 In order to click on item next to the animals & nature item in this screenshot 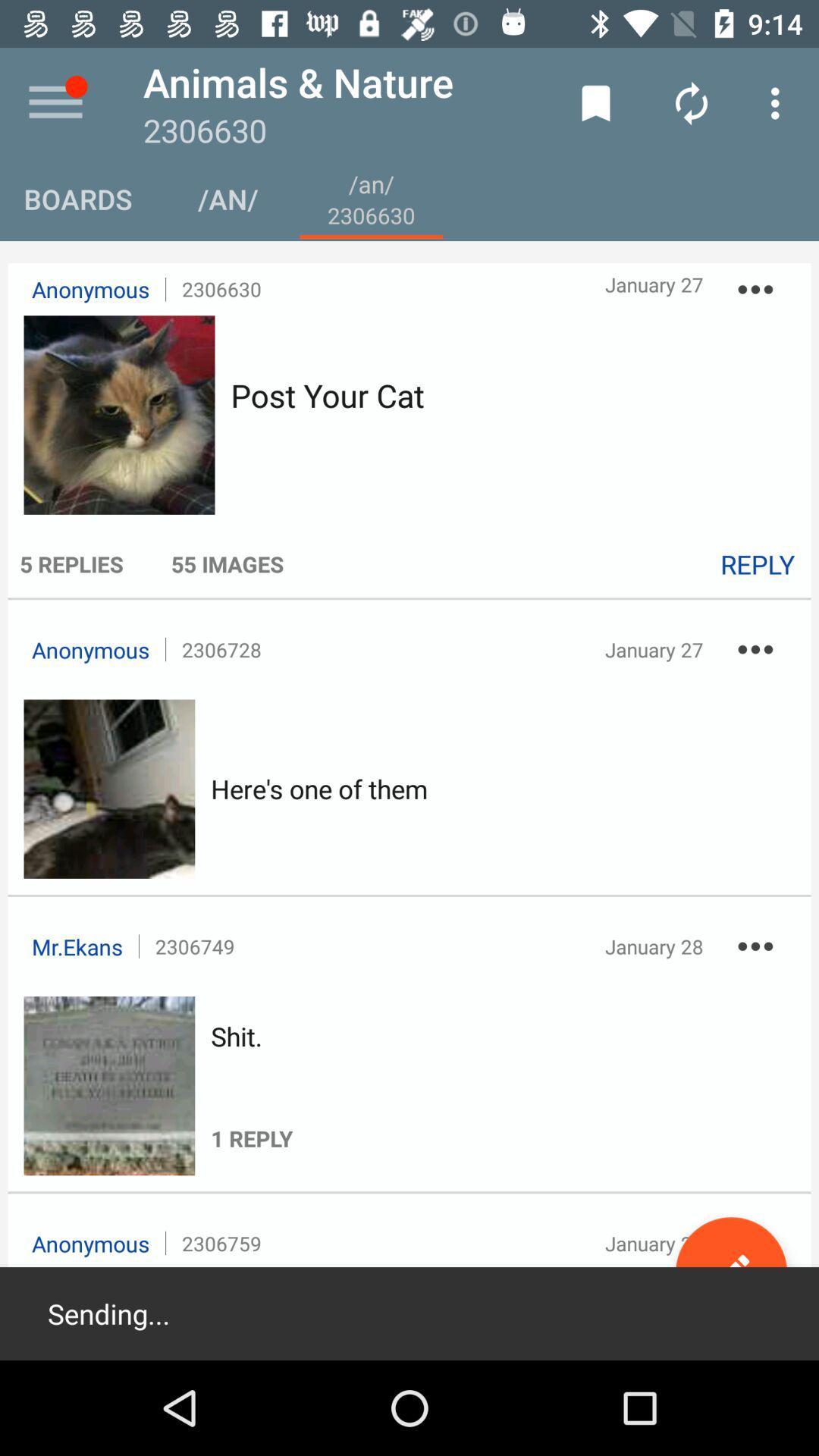, I will do `click(595, 102)`.